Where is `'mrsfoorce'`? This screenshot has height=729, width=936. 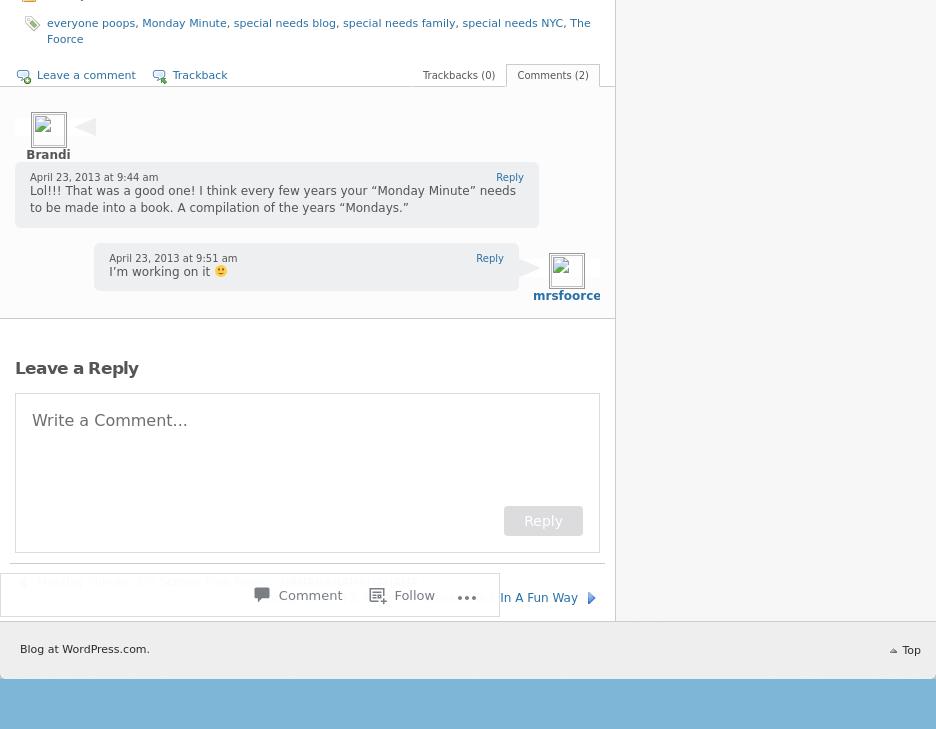 'mrsfoorce' is located at coordinates (532, 294).